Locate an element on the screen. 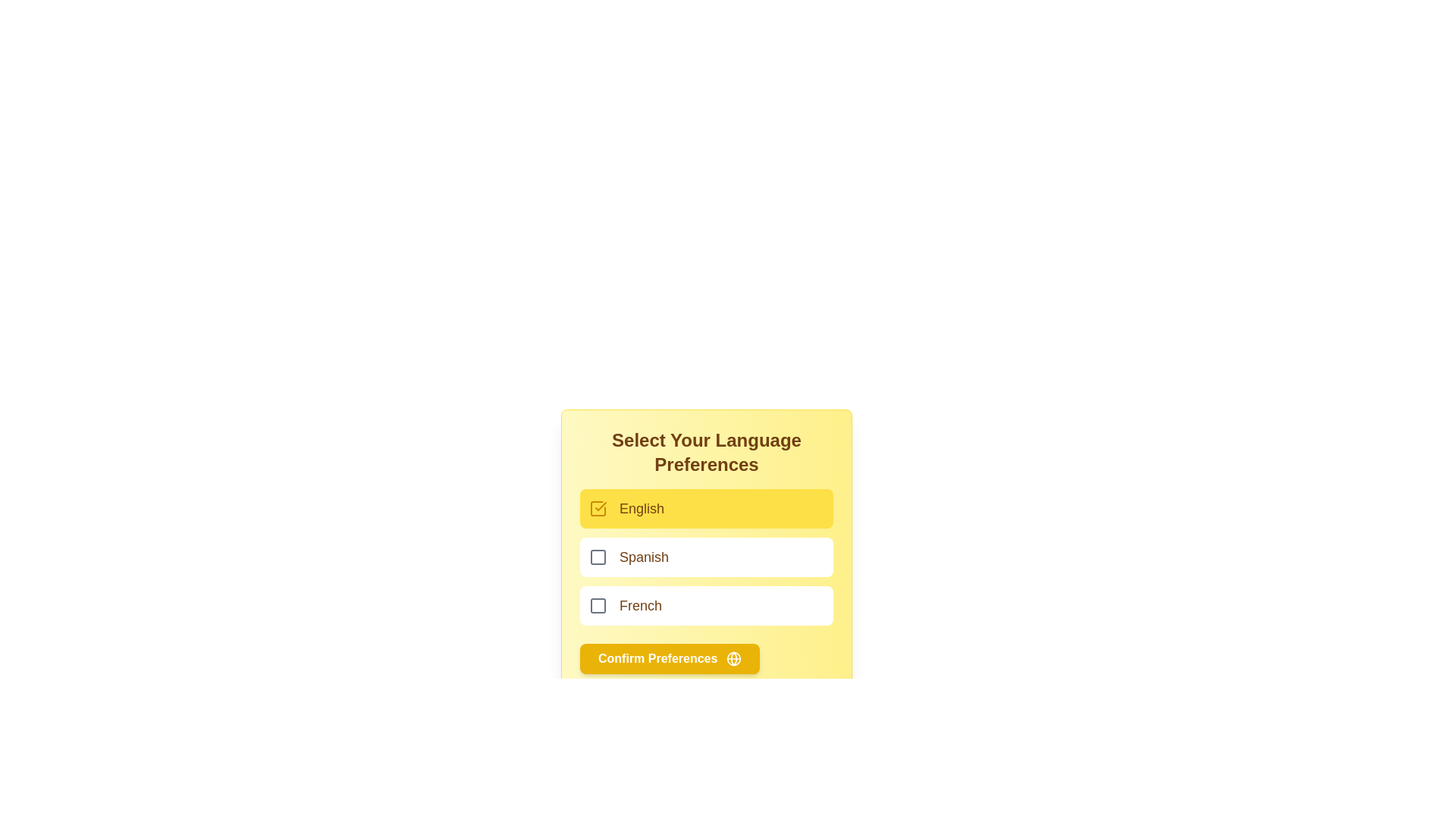  the rectangular button labeled 'Confirm Preferences' with a yellow background is located at coordinates (705, 657).